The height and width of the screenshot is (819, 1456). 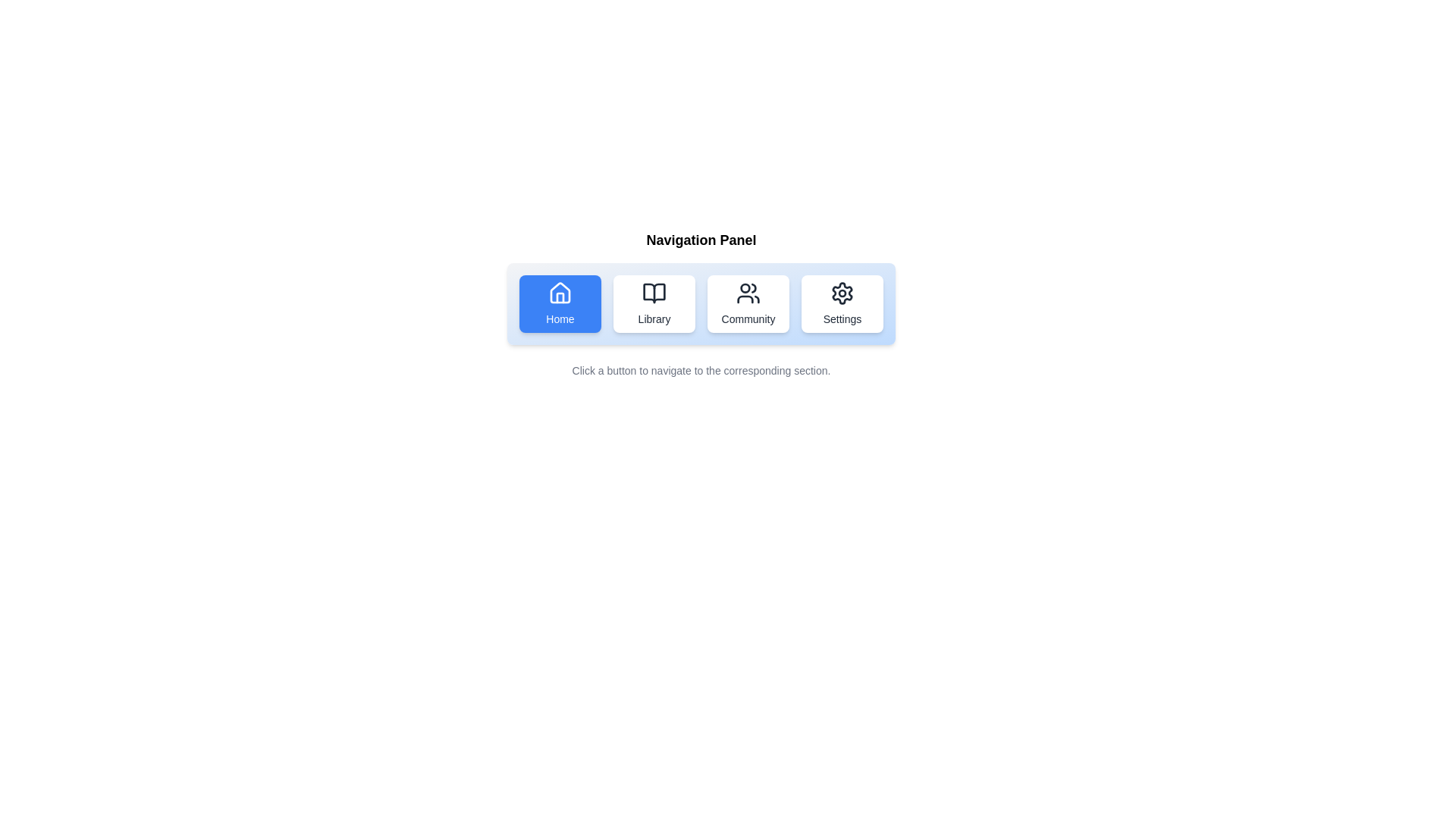 What do you see at coordinates (654, 318) in the screenshot?
I see `the 'Library' text label, which is located under the open book icon in the second button from the left in the navigation panel` at bounding box center [654, 318].